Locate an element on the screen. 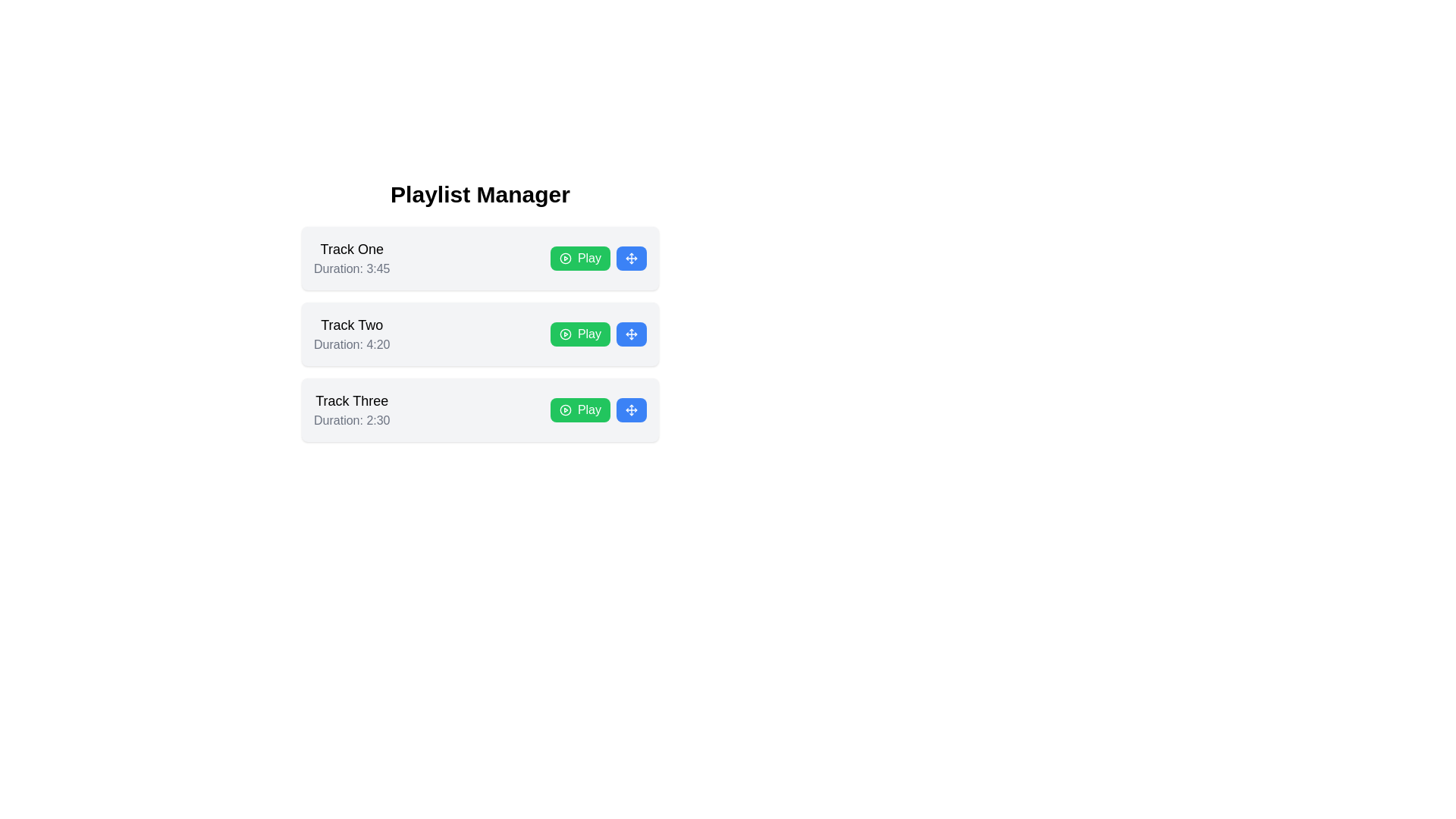 Image resolution: width=1456 pixels, height=819 pixels. the circular play icon with a green border and white background located beside the 'Track One' label in the first row of the playlist is located at coordinates (564, 257).